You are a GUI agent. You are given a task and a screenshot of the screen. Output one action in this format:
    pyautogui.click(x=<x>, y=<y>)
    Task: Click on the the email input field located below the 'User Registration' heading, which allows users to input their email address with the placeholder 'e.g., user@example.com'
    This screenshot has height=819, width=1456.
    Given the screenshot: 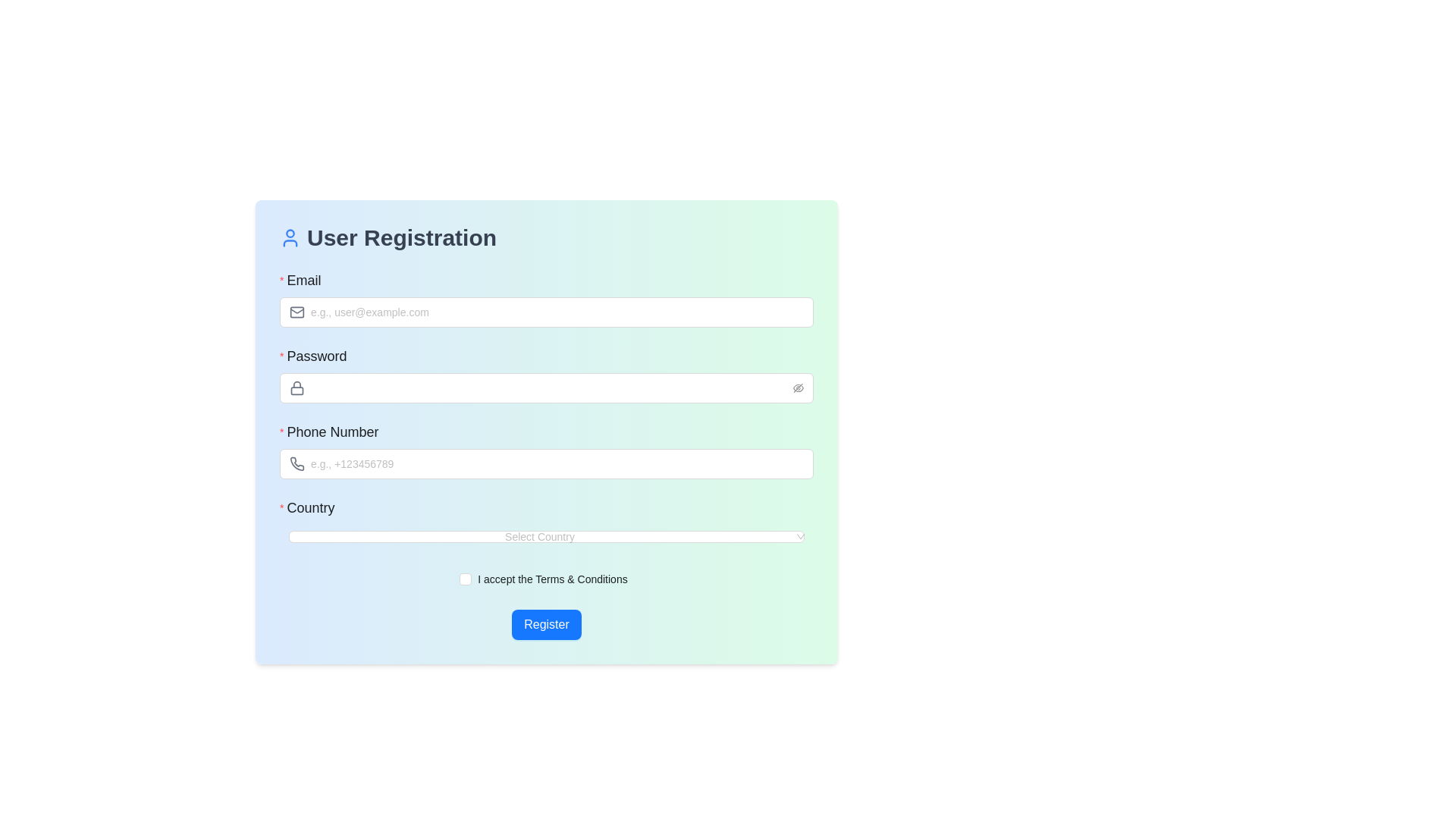 What is the action you would take?
    pyautogui.click(x=546, y=298)
    